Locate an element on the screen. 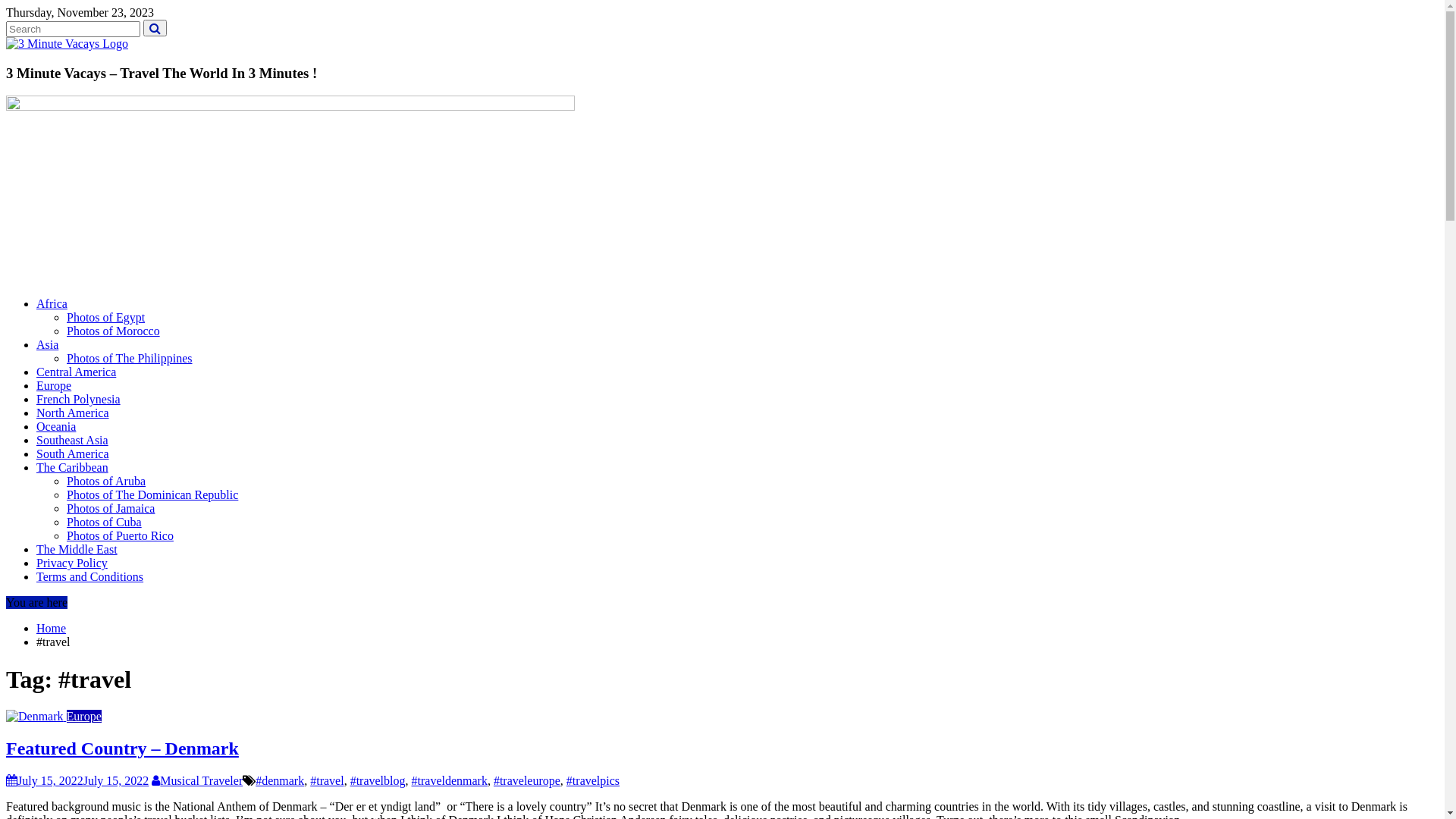 Image resolution: width=1456 pixels, height=819 pixels. 'Skip to content' is located at coordinates (5, 5).